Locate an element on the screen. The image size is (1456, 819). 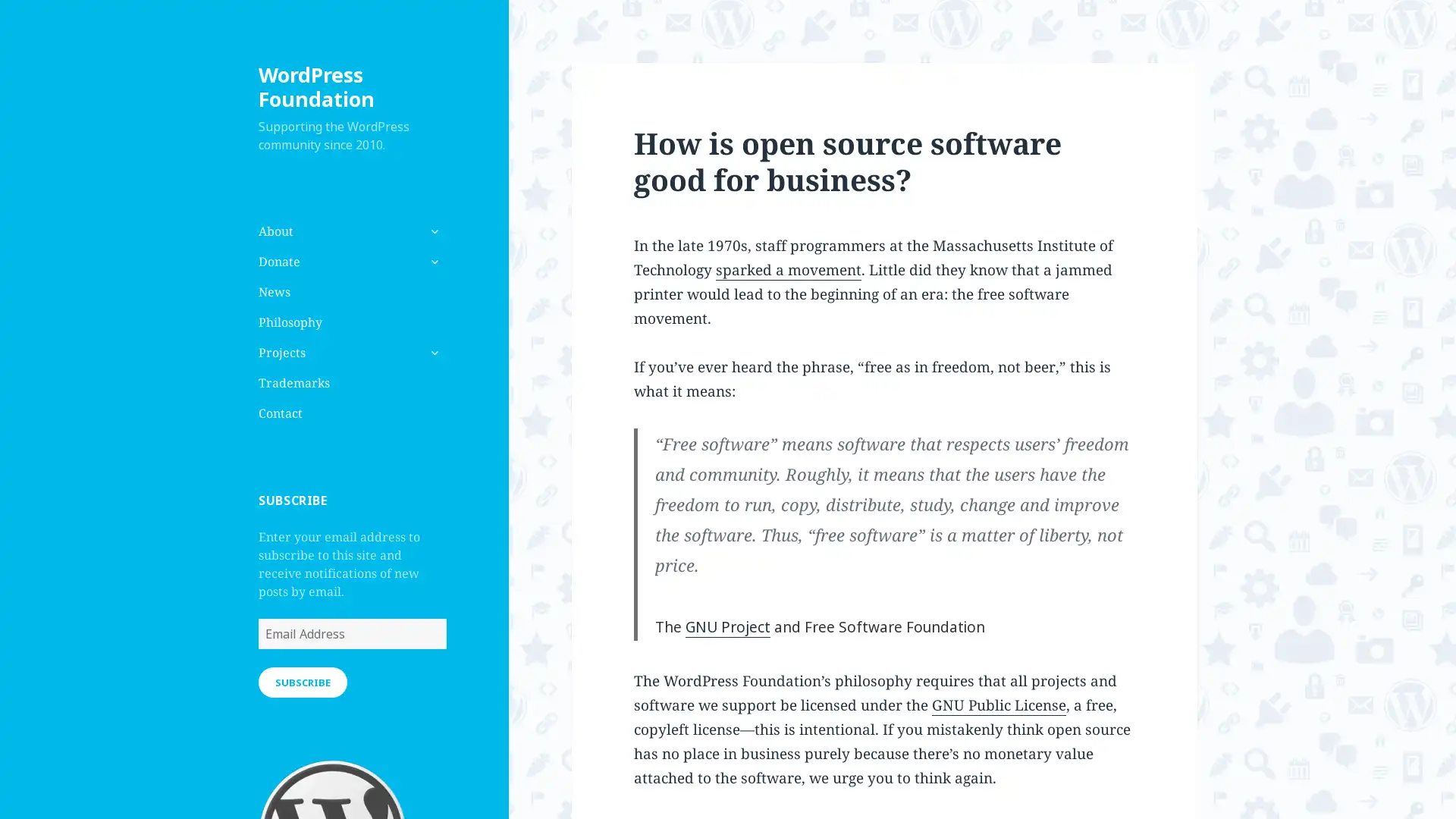
expand child menu is located at coordinates (432, 260).